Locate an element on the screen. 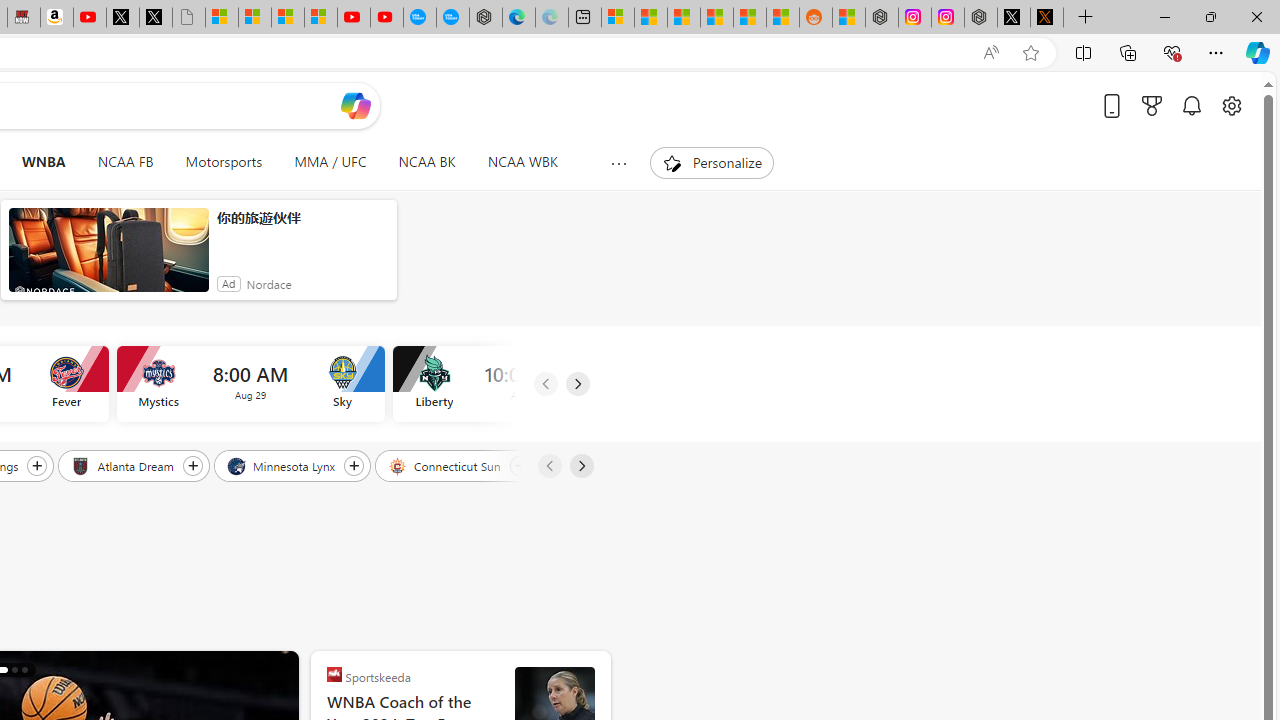  'Motorsports' is located at coordinates (224, 162).